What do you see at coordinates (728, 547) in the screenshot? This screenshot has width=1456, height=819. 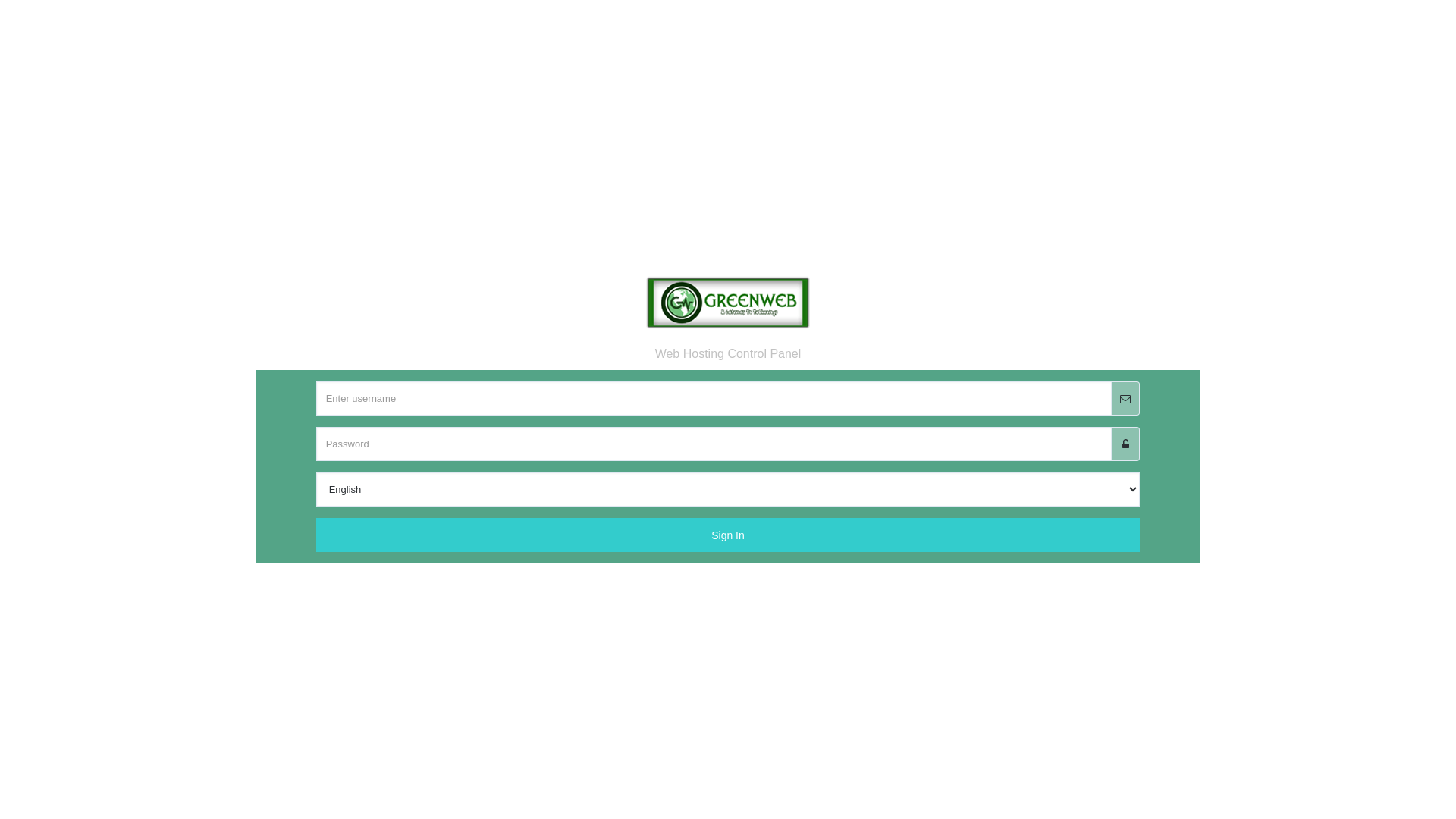 I see `'Sign In'` at bounding box center [728, 547].